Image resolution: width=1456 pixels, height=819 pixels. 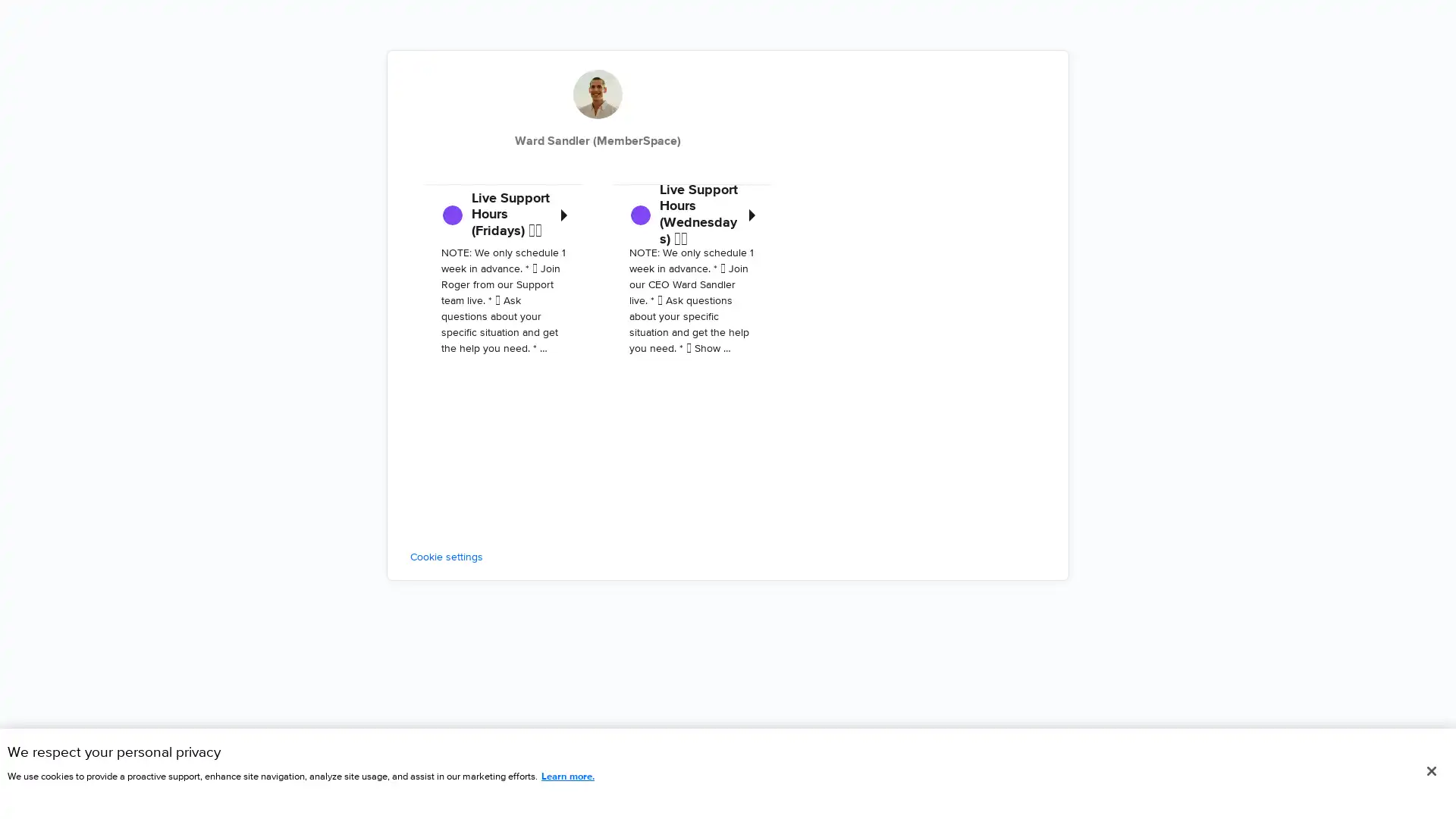 What do you see at coordinates (385, 557) in the screenshot?
I see `Cookie settings` at bounding box center [385, 557].